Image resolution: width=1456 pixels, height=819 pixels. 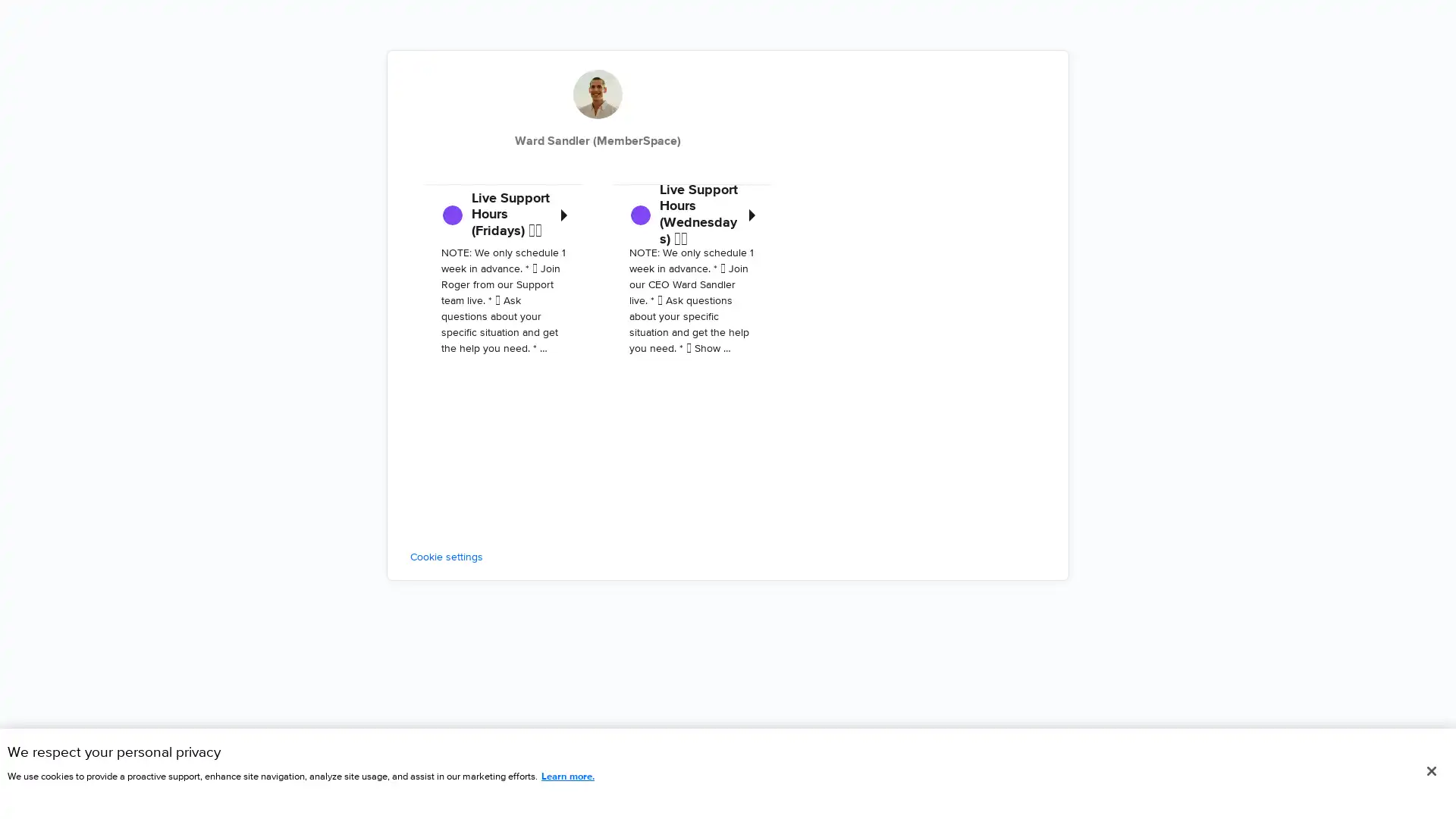 What do you see at coordinates (385, 557) in the screenshot?
I see `Cookie settings` at bounding box center [385, 557].